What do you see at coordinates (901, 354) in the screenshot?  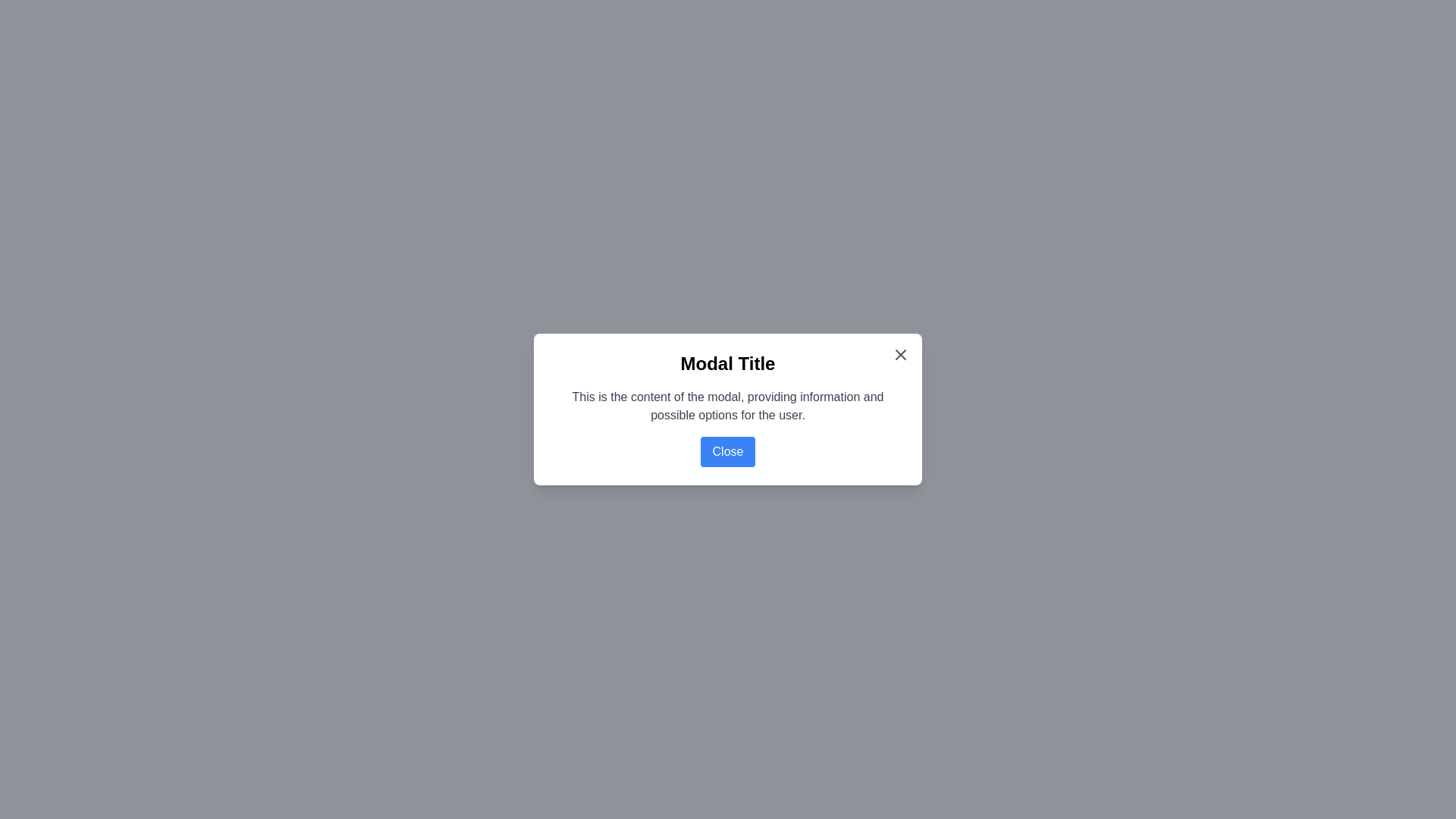 I see `keyboard navigation` at bounding box center [901, 354].